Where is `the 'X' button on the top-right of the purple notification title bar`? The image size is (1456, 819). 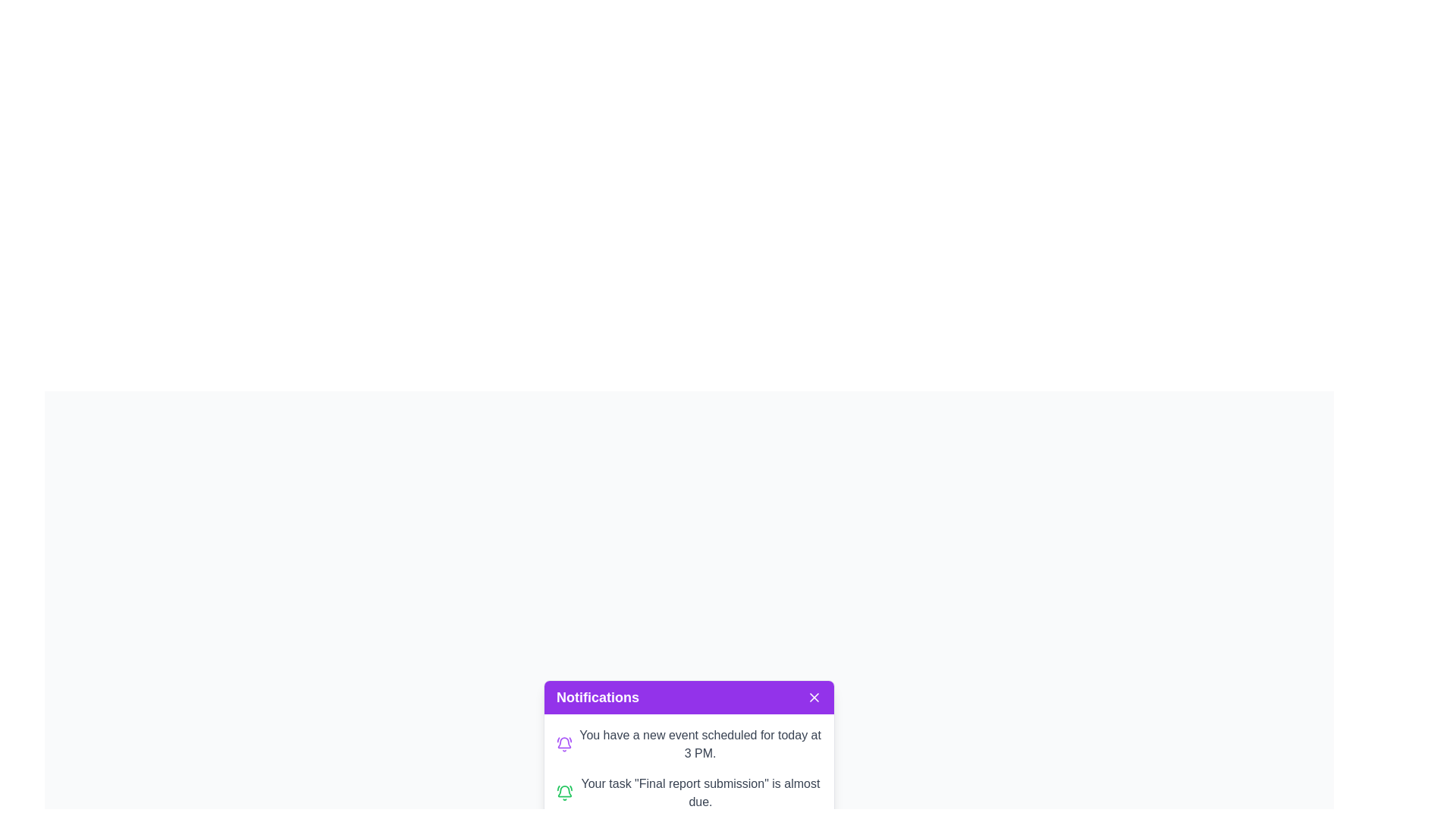 the 'X' button on the top-right of the purple notification title bar is located at coordinates (814, 696).